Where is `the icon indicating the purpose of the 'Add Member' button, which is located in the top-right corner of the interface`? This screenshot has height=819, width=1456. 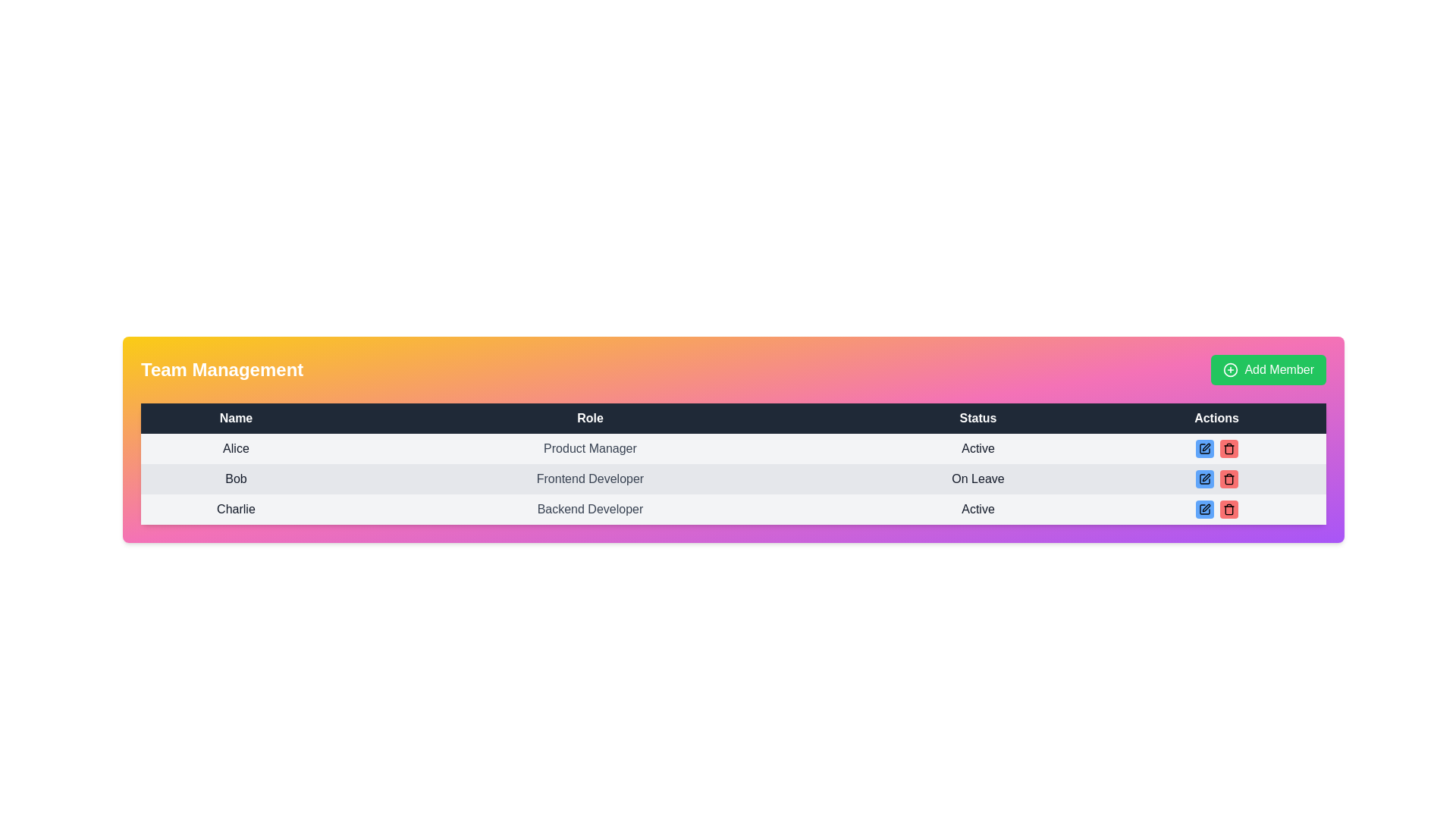
the icon indicating the purpose of the 'Add Member' button, which is located in the top-right corner of the interface is located at coordinates (1231, 370).